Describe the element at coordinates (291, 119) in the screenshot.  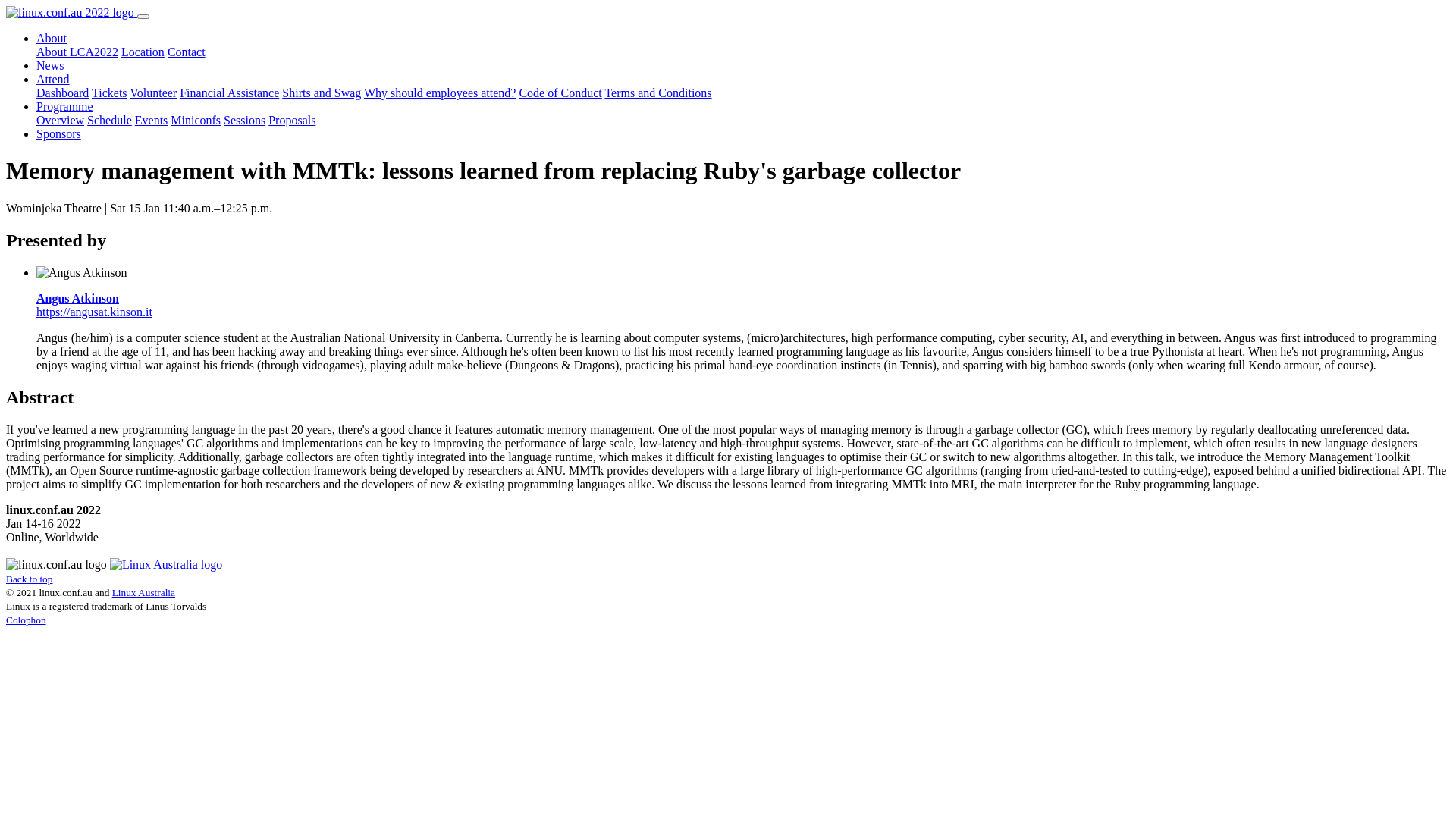
I see `'Proposals'` at that location.